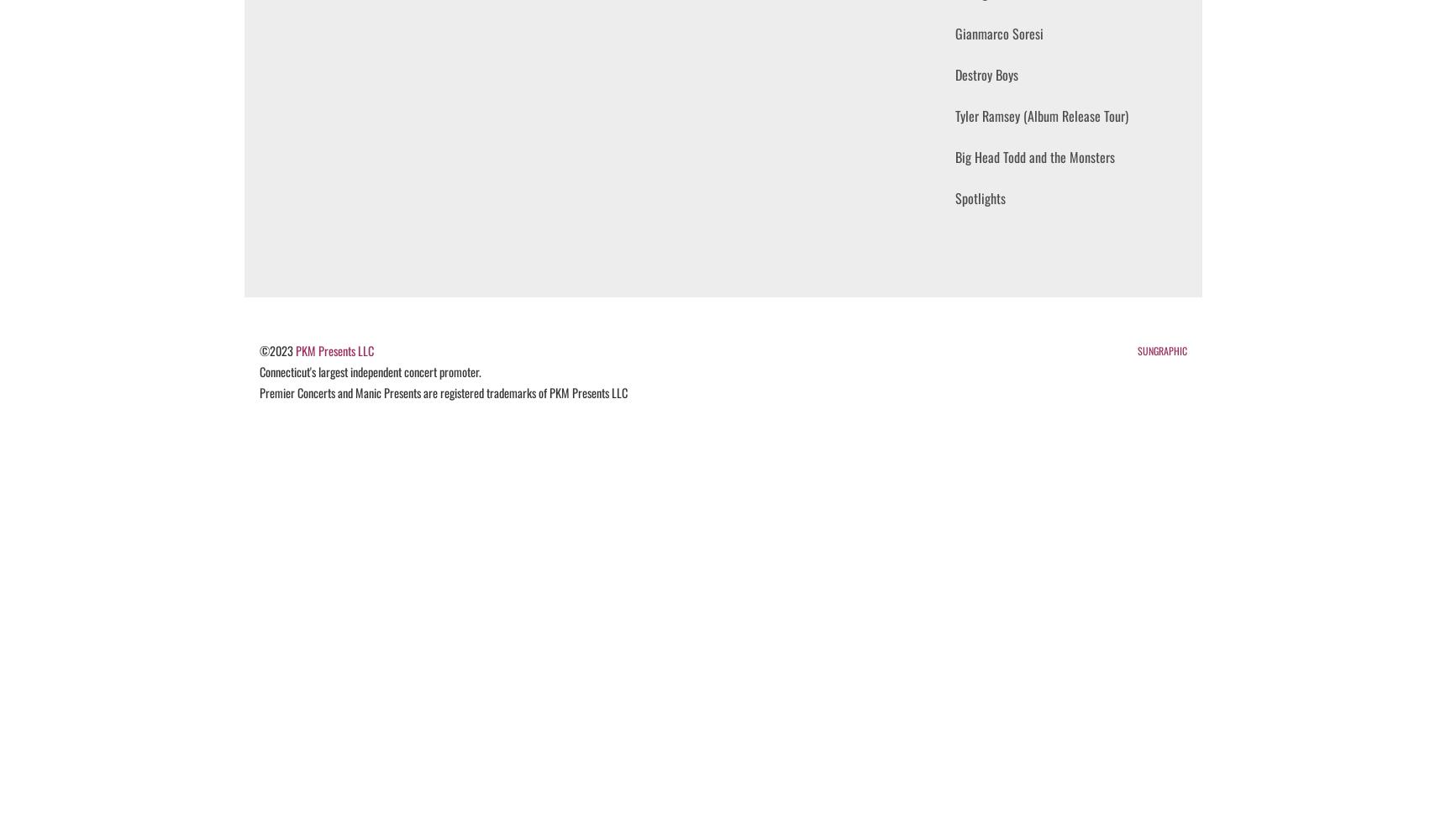 The image size is (1446, 840). I want to click on 'Big Head Todd and the Monsters', so click(1033, 157).